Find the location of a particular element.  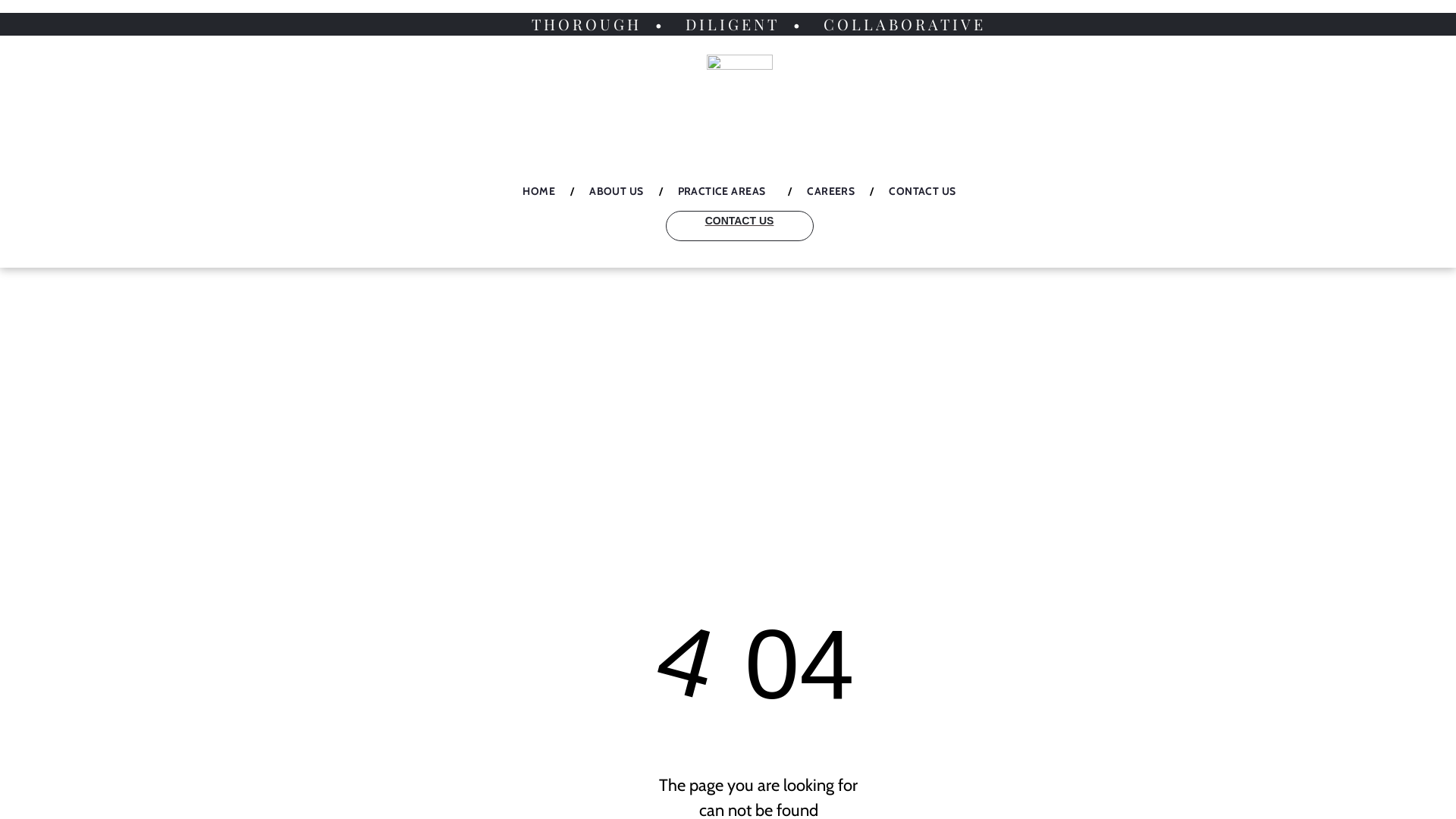

'ABOUT US' is located at coordinates (616, 190).